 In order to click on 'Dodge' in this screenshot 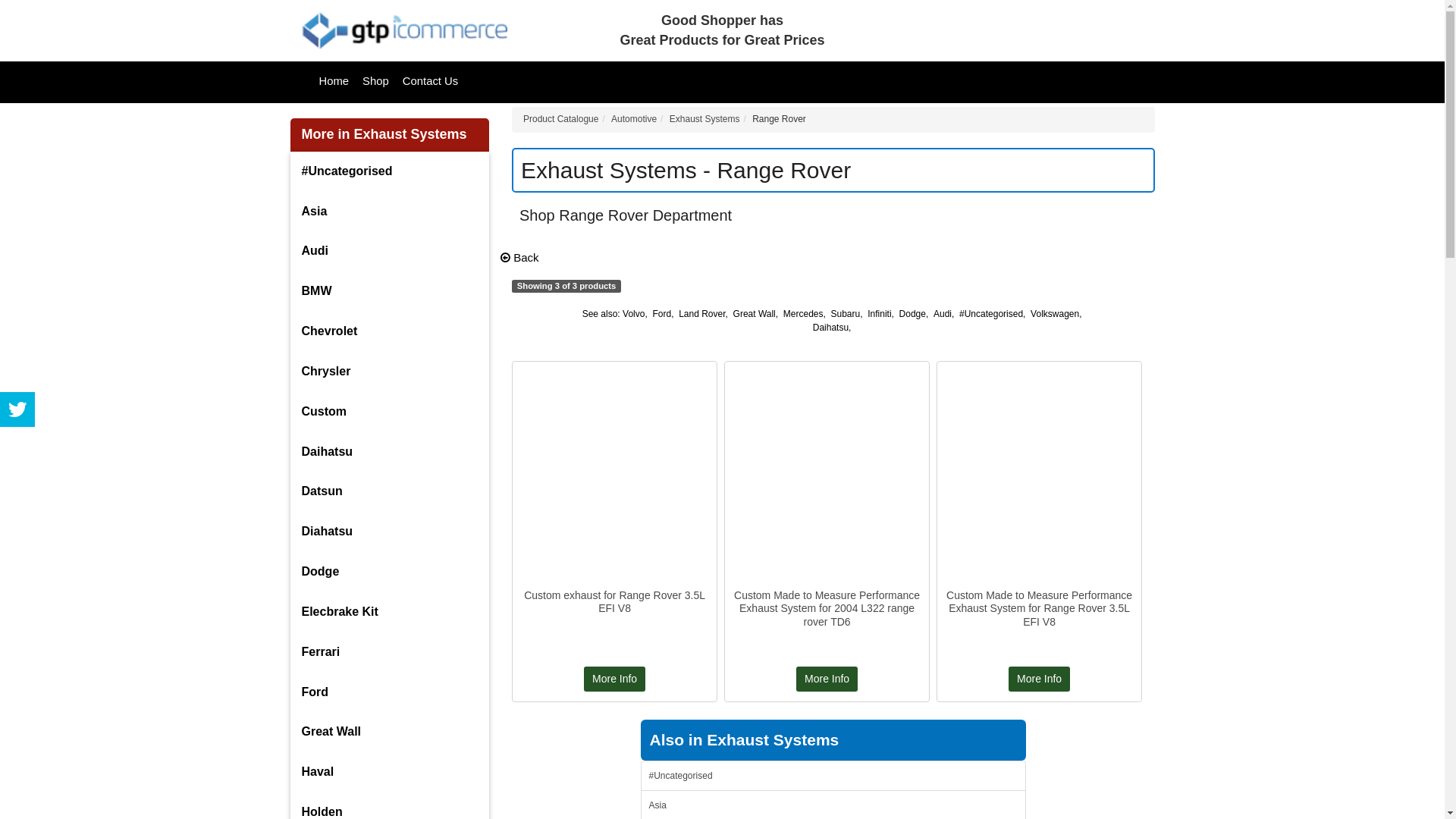, I will do `click(389, 572)`.